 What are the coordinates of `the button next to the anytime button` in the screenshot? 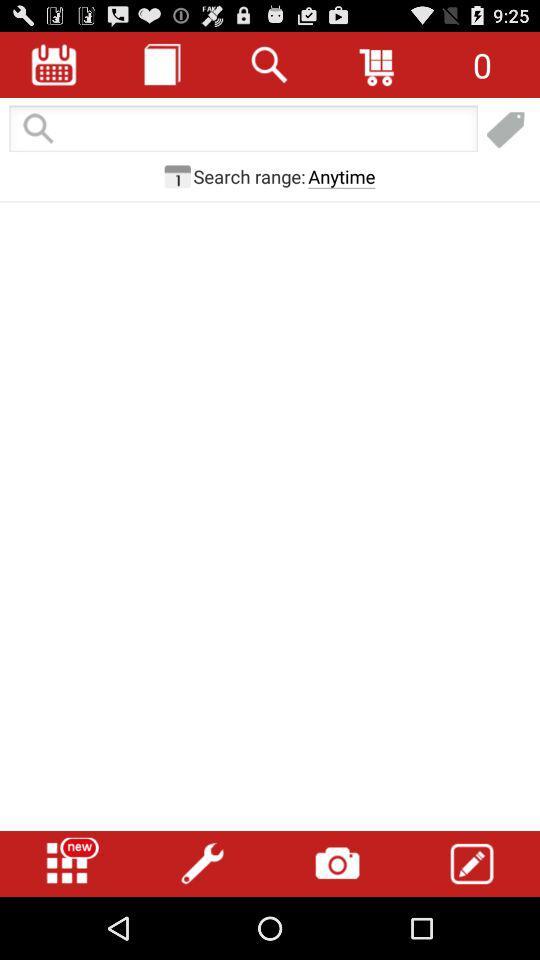 It's located at (249, 175).